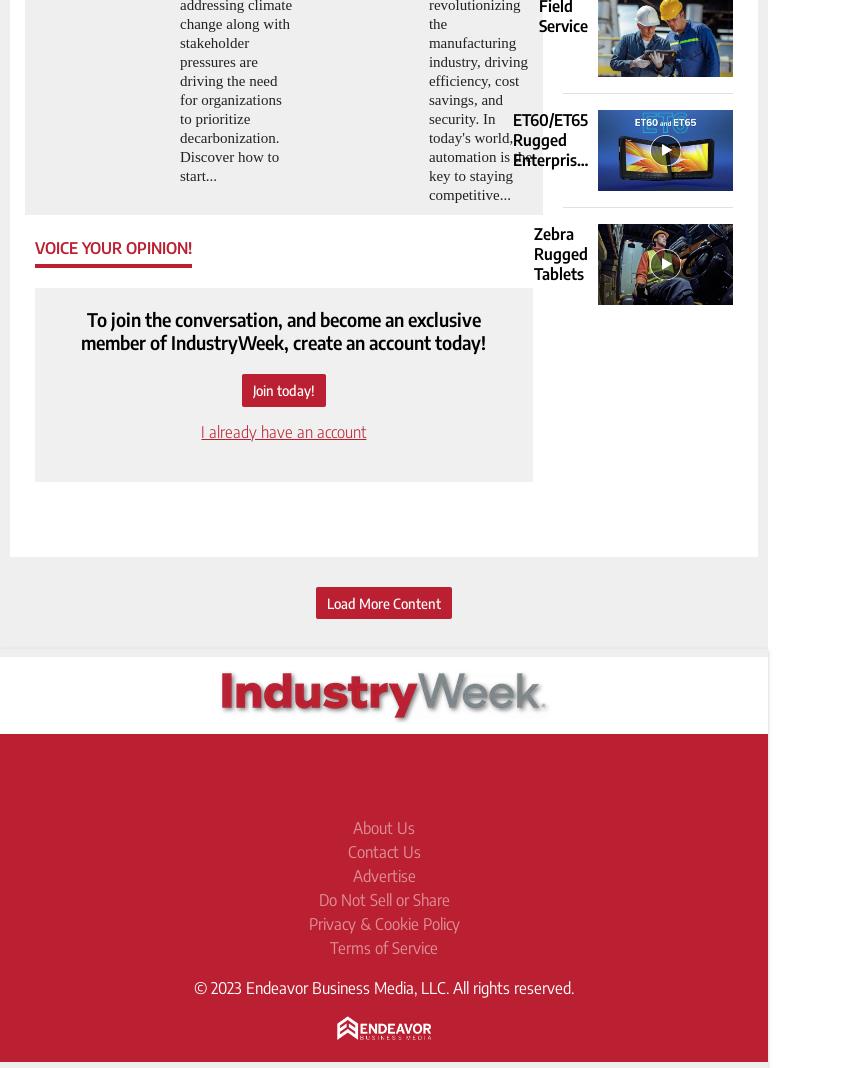 Image resolution: width=863 pixels, height=1068 pixels. What do you see at coordinates (561, 253) in the screenshot?
I see `'Zebra Rugged Tablets'` at bounding box center [561, 253].